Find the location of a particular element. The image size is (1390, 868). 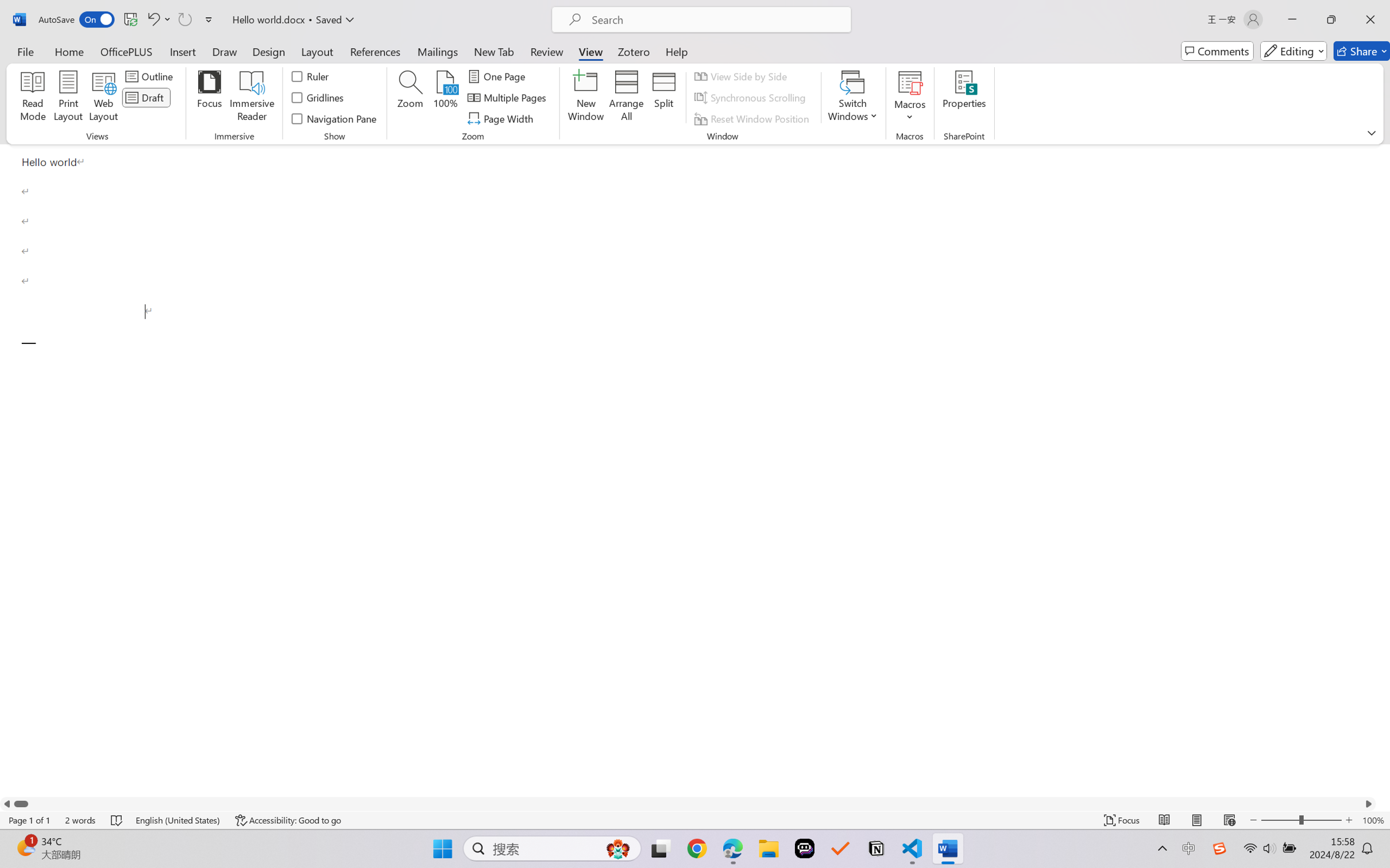

'Page Number Page 1 of 1' is located at coordinates (30, 820).